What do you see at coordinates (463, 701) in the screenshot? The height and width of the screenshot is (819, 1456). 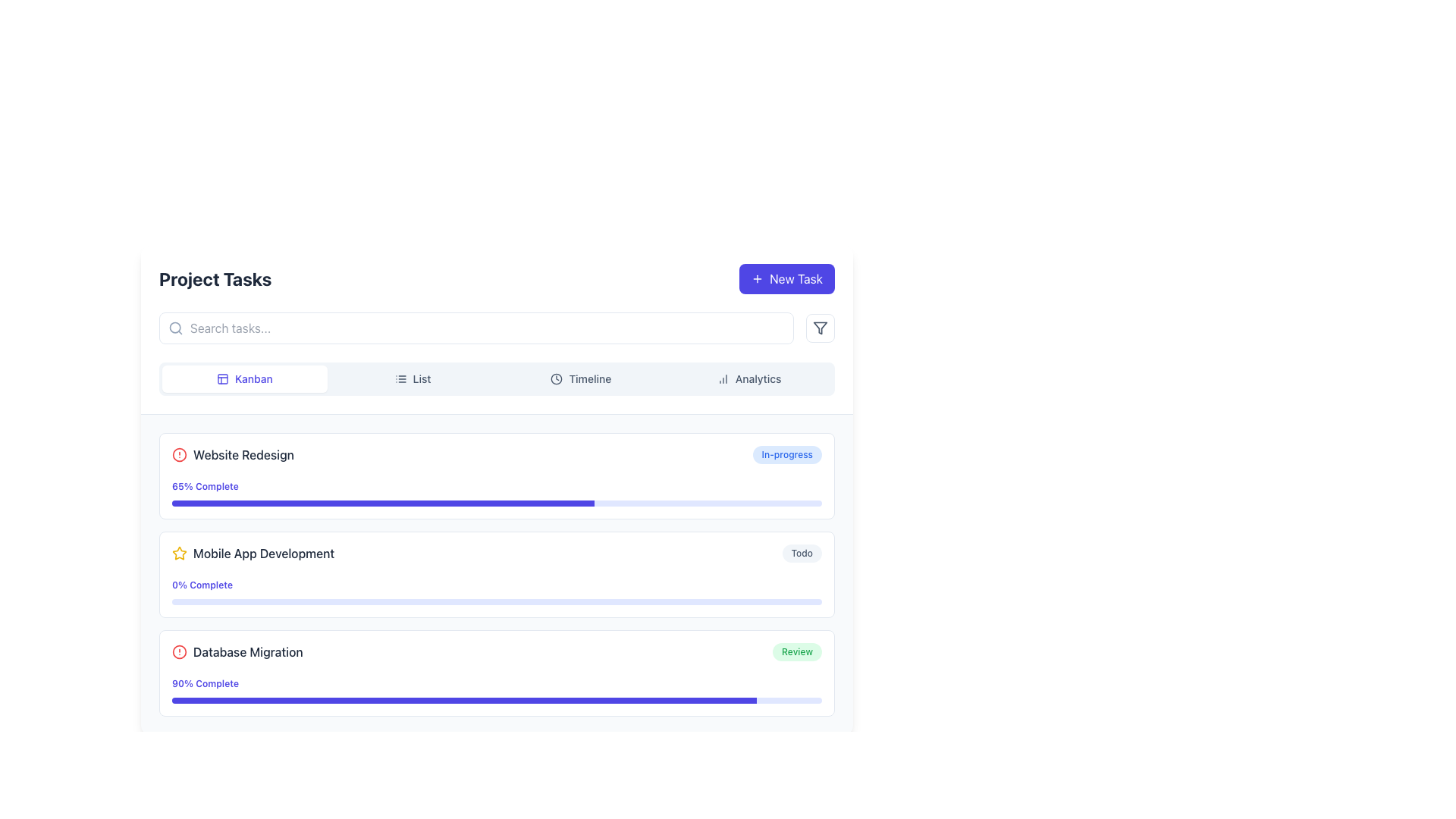 I see `the 90% filled section of the progress bar indicating the completion of the 'Database Migration' task, located at the bottom of the task card` at bounding box center [463, 701].